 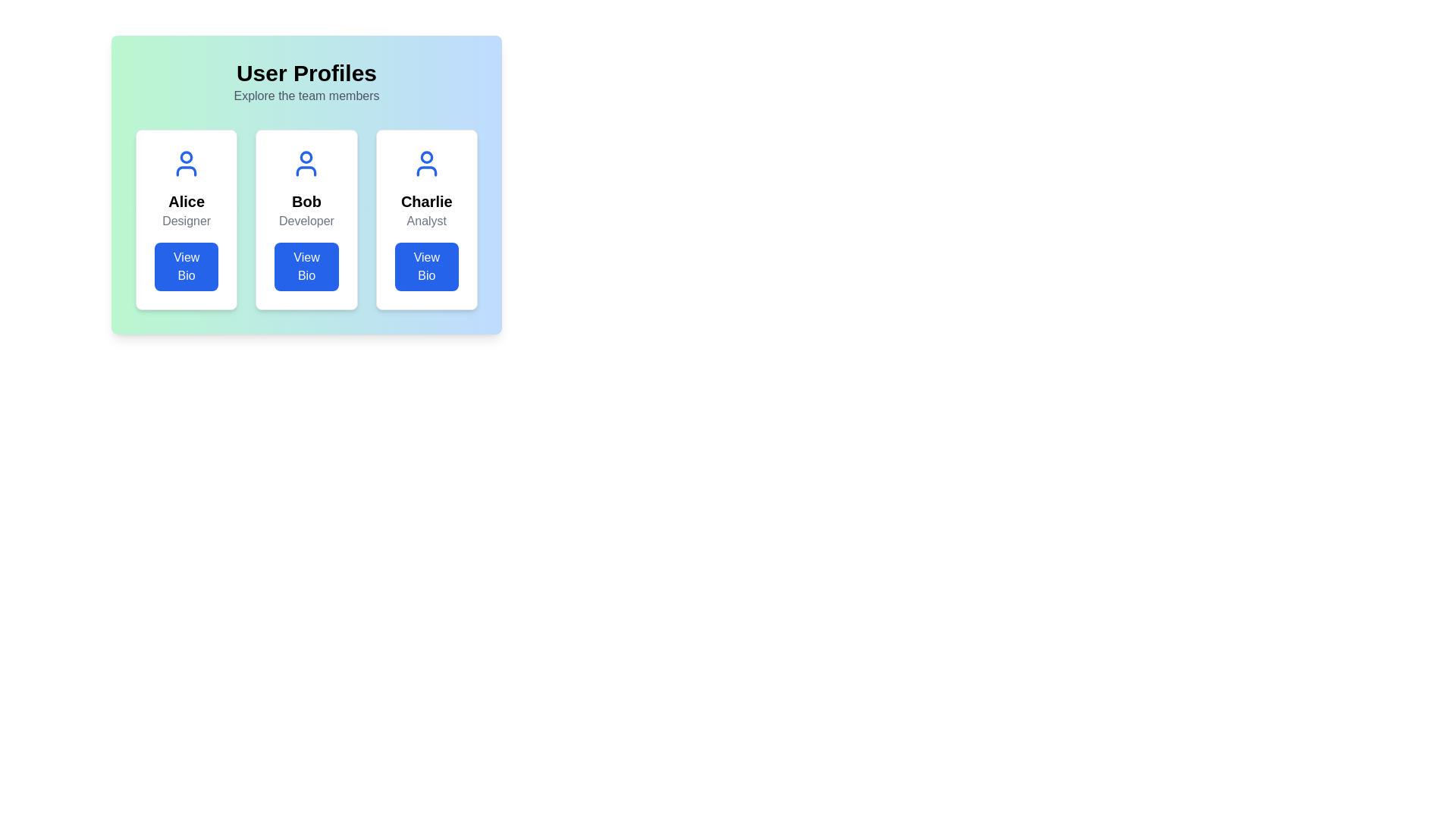 I want to click on the call-to-action button for viewing details related to 'Charlie' located at the bottom of the 'Charlie' profile card to change its color, so click(x=425, y=265).